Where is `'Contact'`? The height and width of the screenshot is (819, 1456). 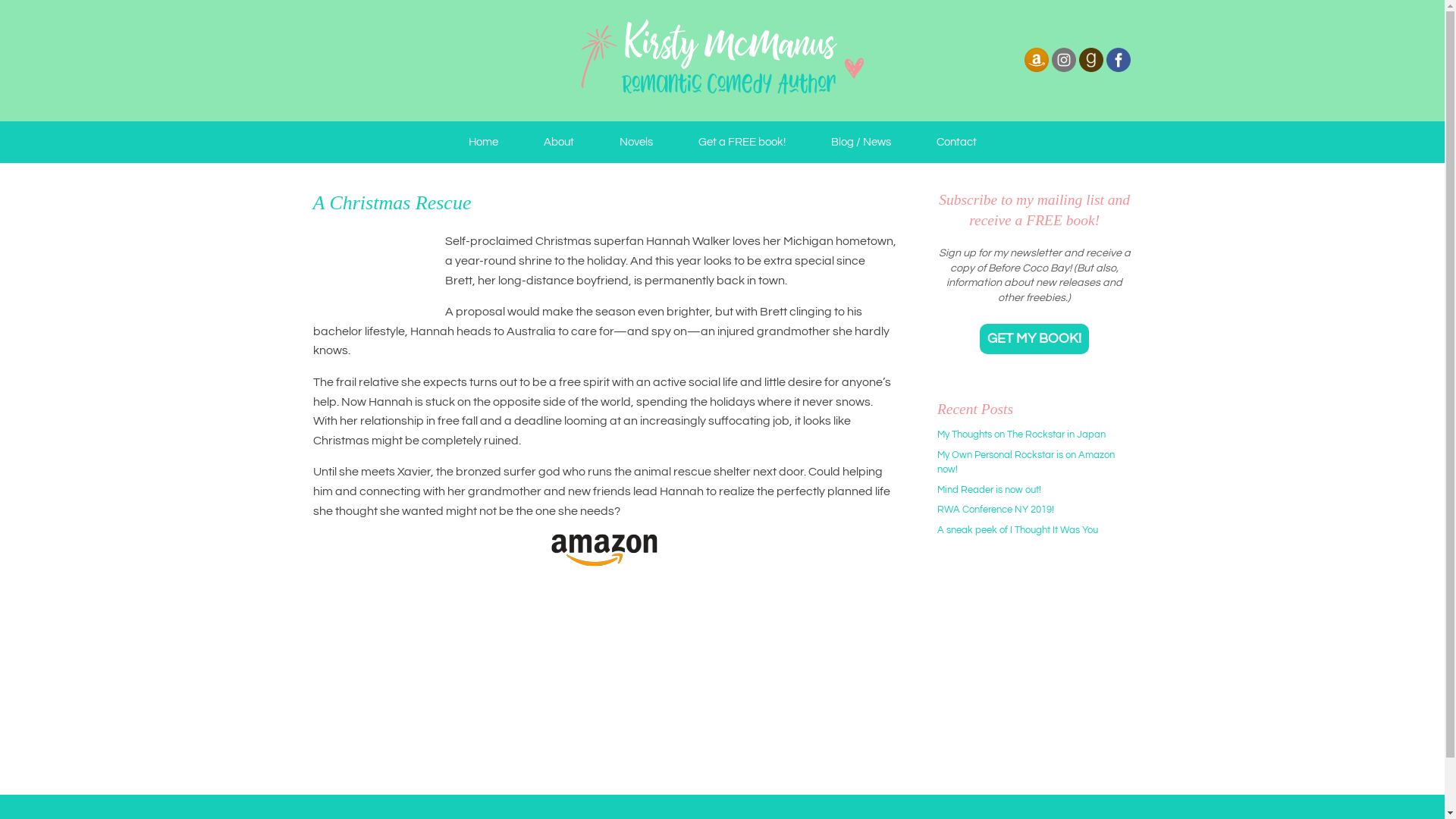 'Contact' is located at coordinates (955, 142).